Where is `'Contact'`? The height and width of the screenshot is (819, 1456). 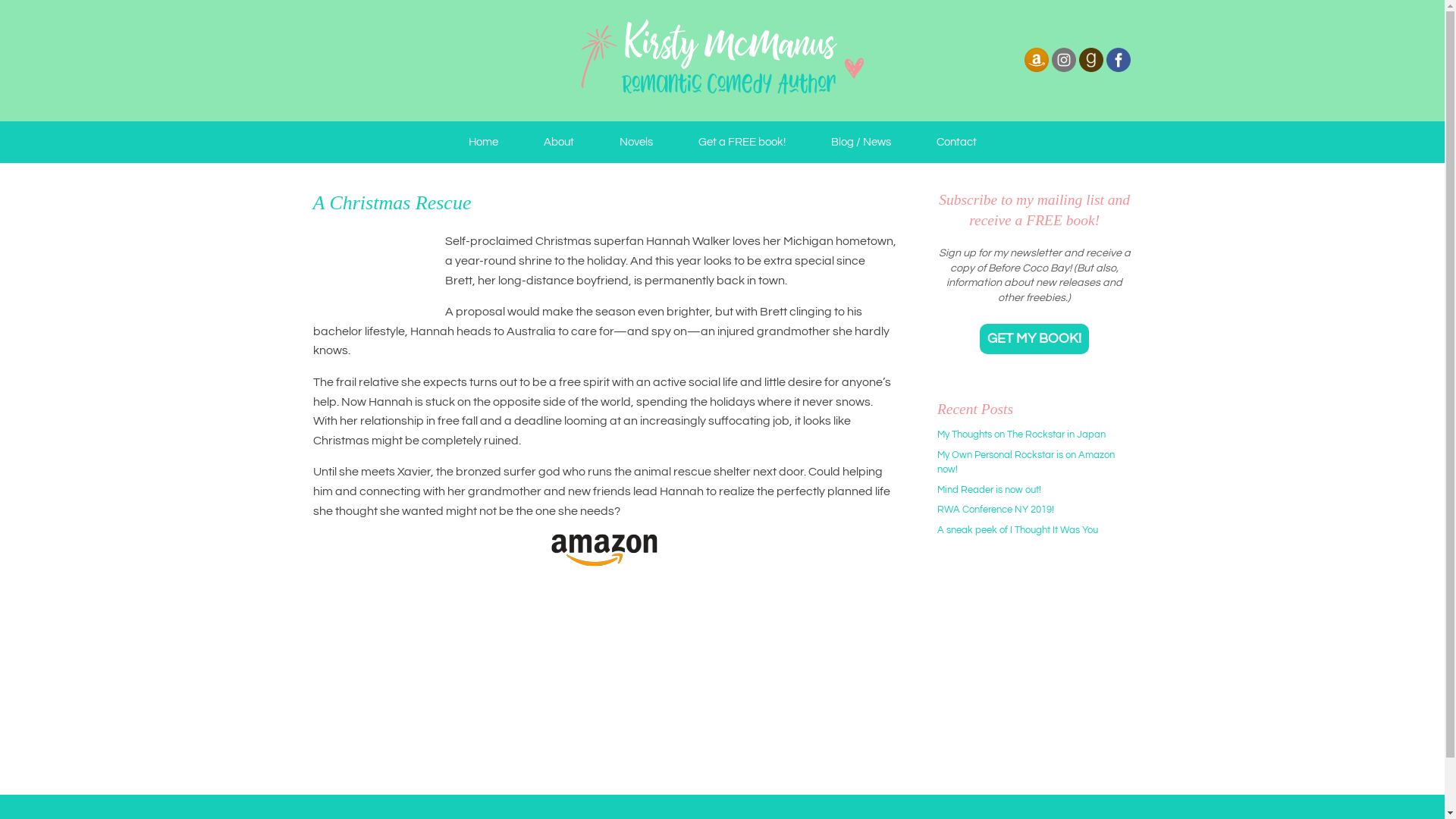 'Contact' is located at coordinates (955, 142).